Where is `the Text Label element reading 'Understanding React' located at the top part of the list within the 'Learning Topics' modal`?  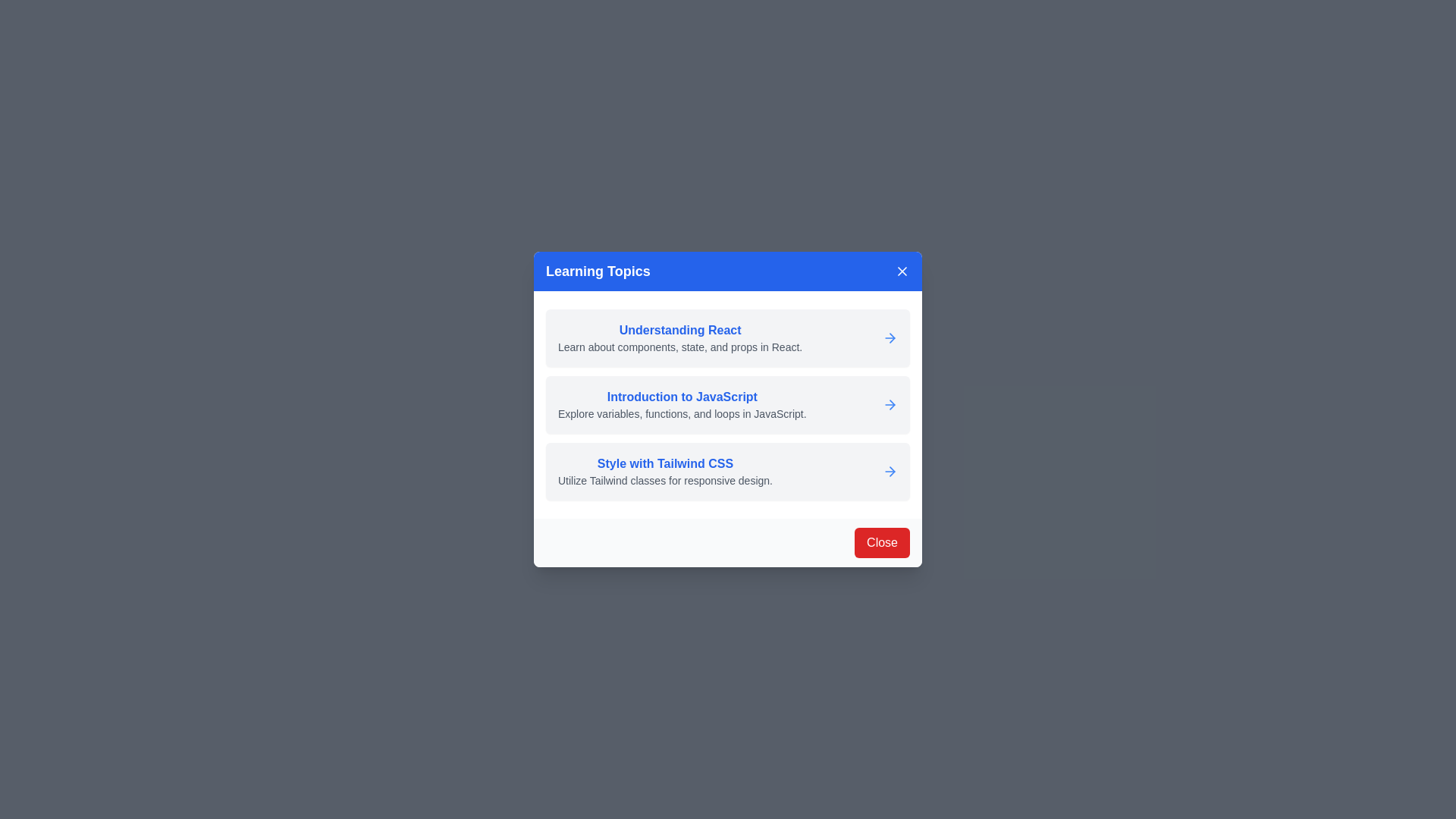
the Text Label element reading 'Understanding React' located at the top part of the list within the 'Learning Topics' modal is located at coordinates (679, 329).